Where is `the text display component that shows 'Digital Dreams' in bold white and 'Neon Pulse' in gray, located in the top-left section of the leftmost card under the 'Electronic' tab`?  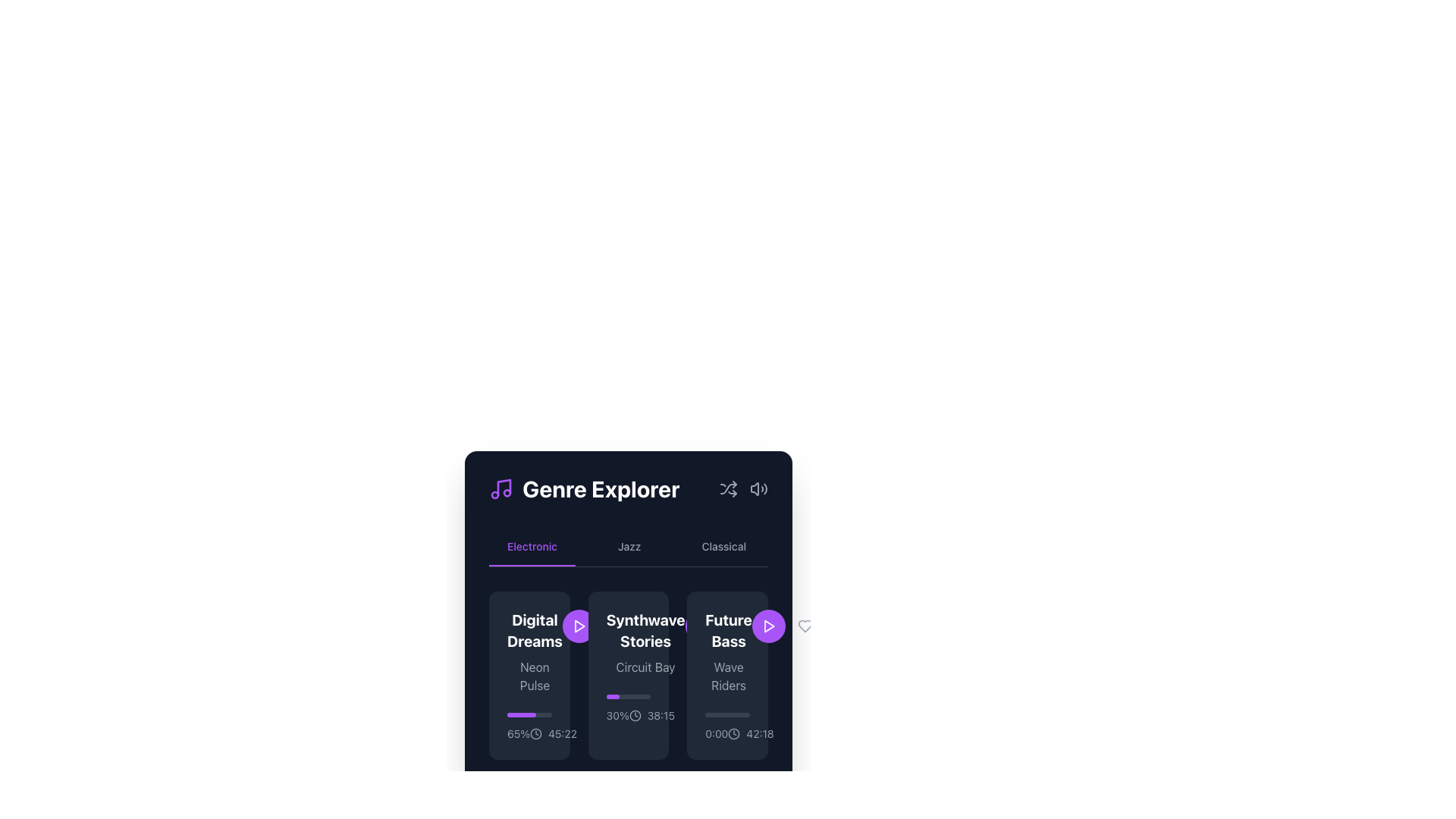 the text display component that shows 'Digital Dreams' in bold white and 'Neon Pulse' in gray, located in the top-left section of the leftmost card under the 'Electronic' tab is located at coordinates (535, 651).